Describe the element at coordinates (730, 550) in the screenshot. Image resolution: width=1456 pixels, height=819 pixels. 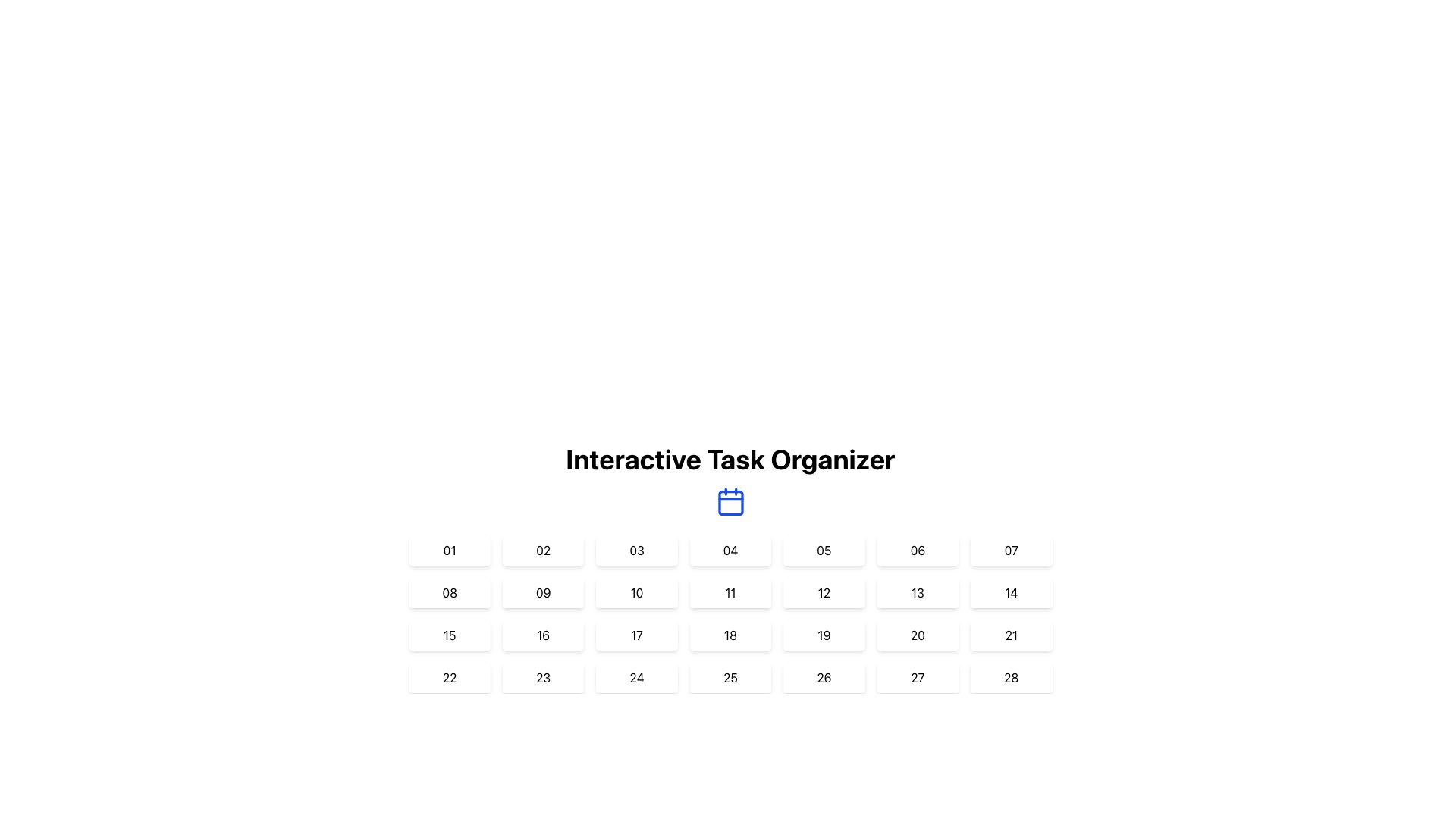
I see `the selectable button for the date '04' in the calendar interface` at that location.